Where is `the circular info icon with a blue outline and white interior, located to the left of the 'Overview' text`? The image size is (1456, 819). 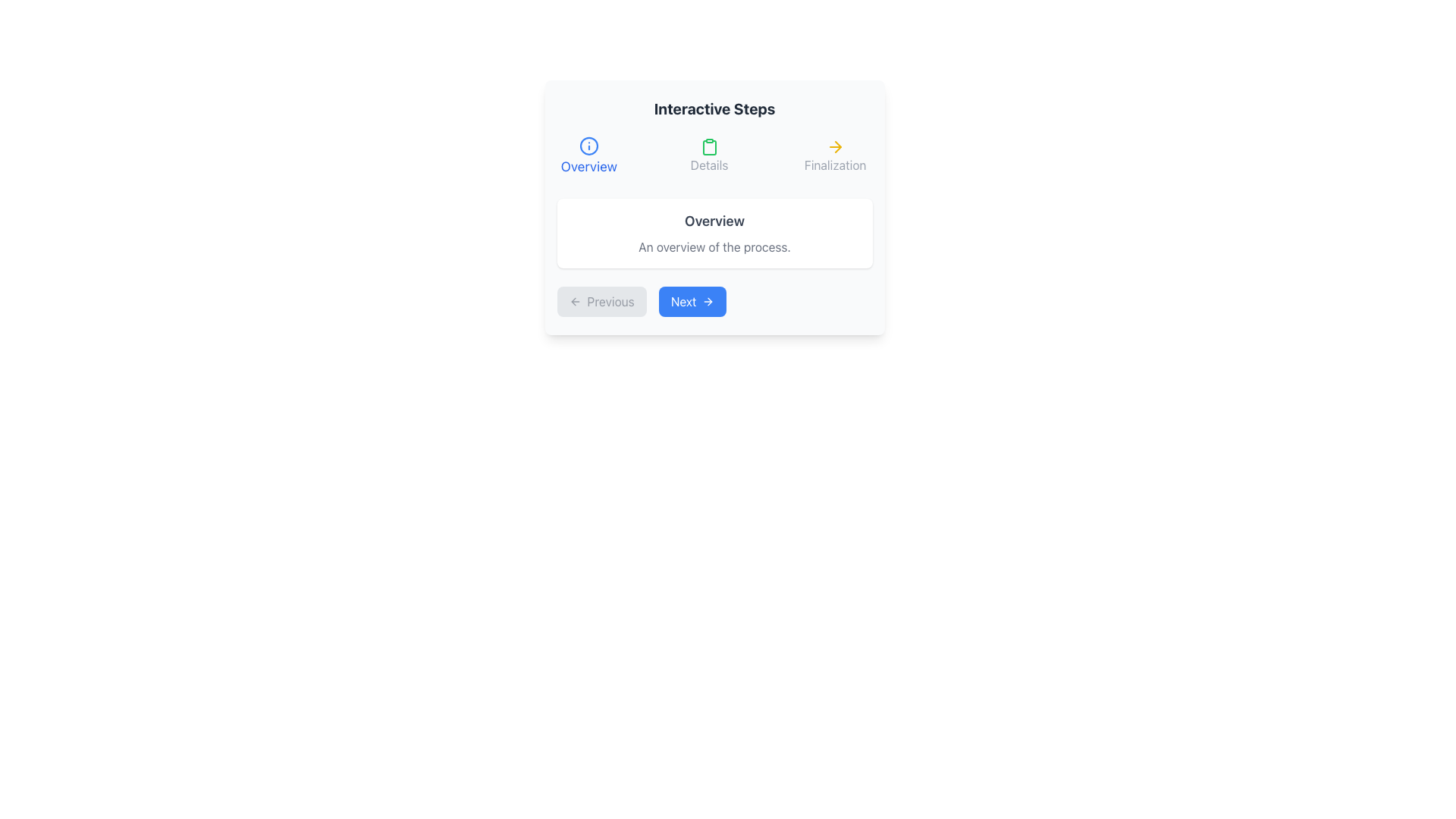 the circular info icon with a blue outline and white interior, located to the left of the 'Overview' text is located at coordinates (588, 146).